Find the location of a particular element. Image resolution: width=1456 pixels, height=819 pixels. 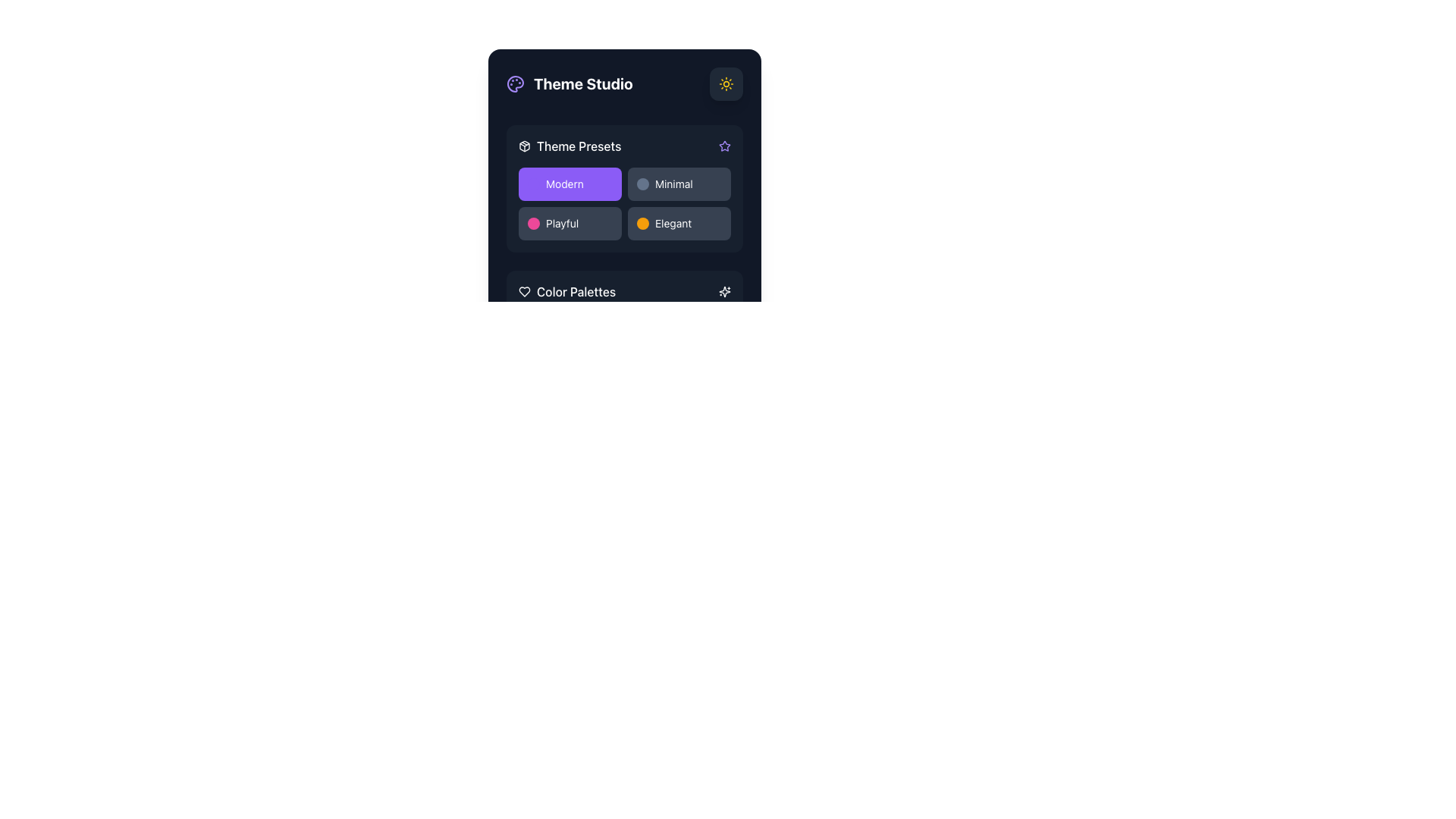

the rectangular button with rounded corners, violet background, and white text that says 'Modern' is located at coordinates (570, 184).